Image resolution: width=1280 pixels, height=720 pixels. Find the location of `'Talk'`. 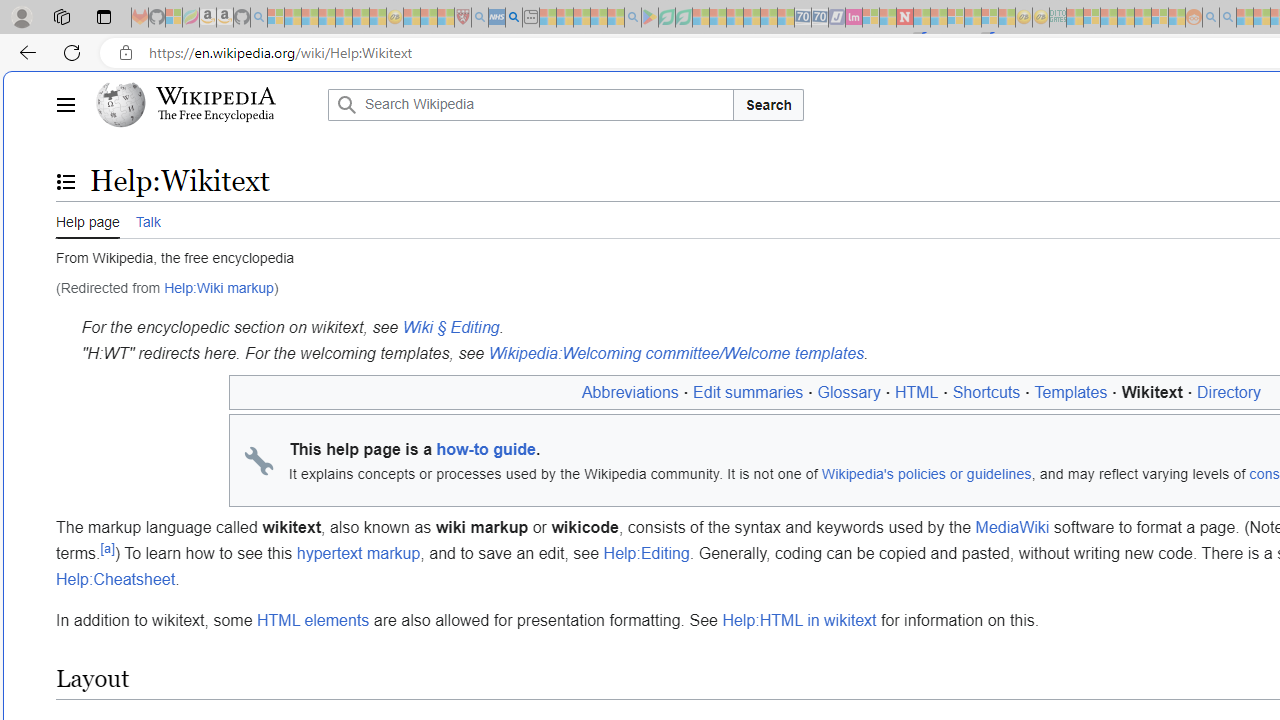

'Talk' is located at coordinates (146, 219).